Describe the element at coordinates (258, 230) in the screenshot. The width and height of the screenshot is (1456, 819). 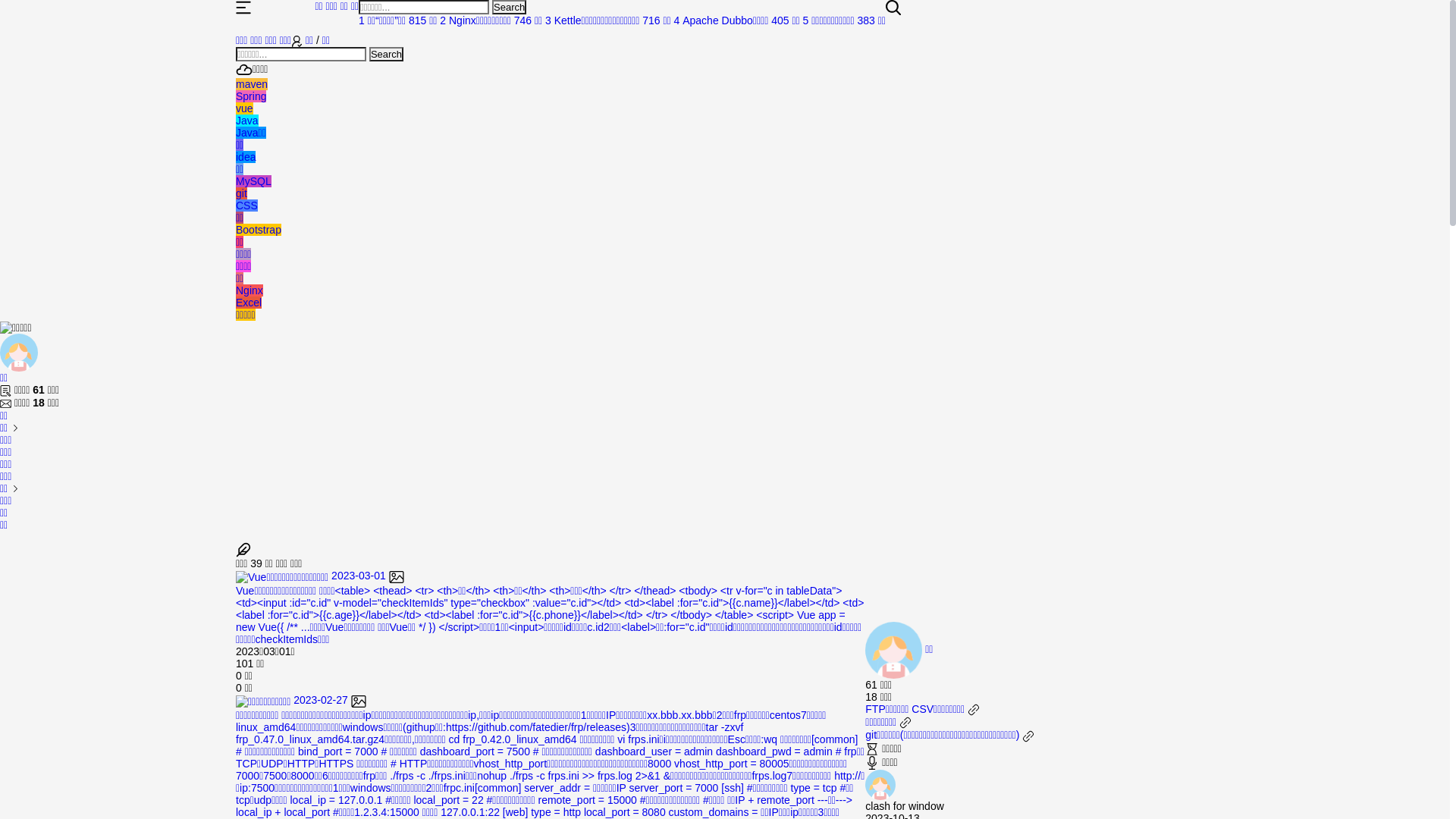
I see `'Bootstrap'` at that location.